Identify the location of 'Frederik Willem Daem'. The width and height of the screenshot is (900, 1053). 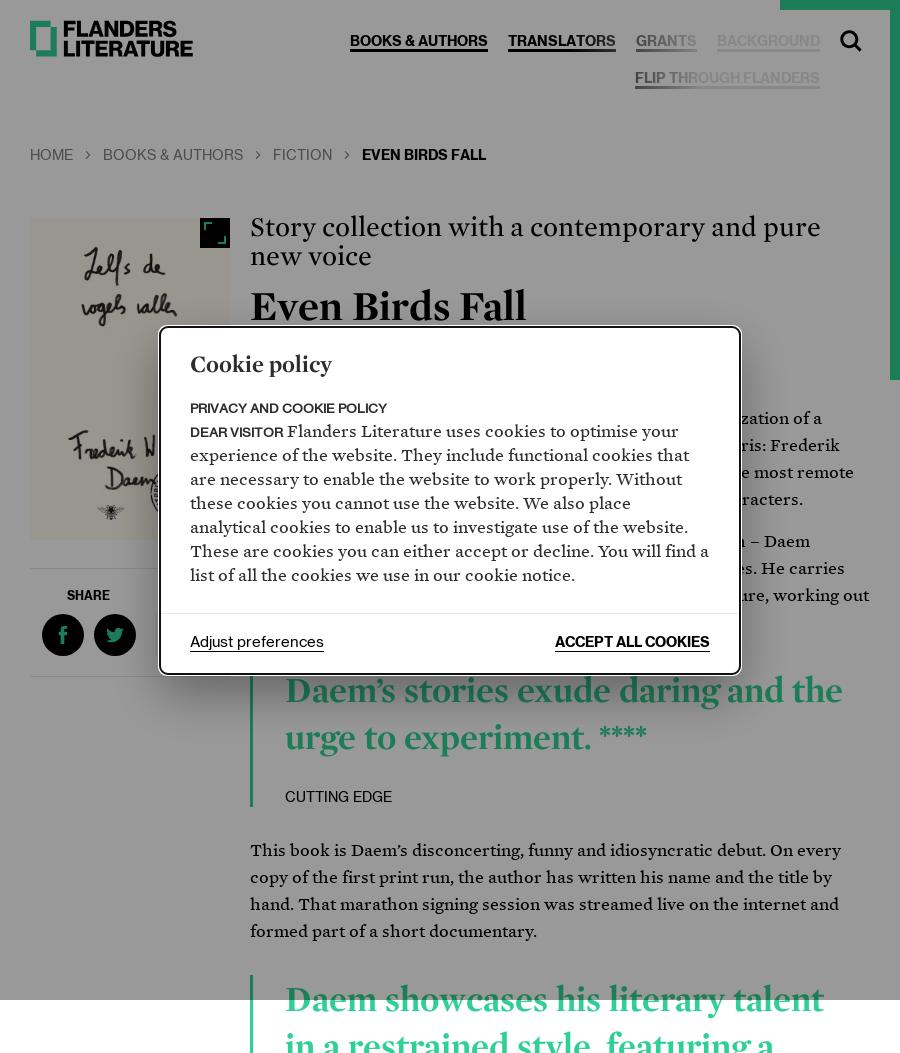
(381, 360).